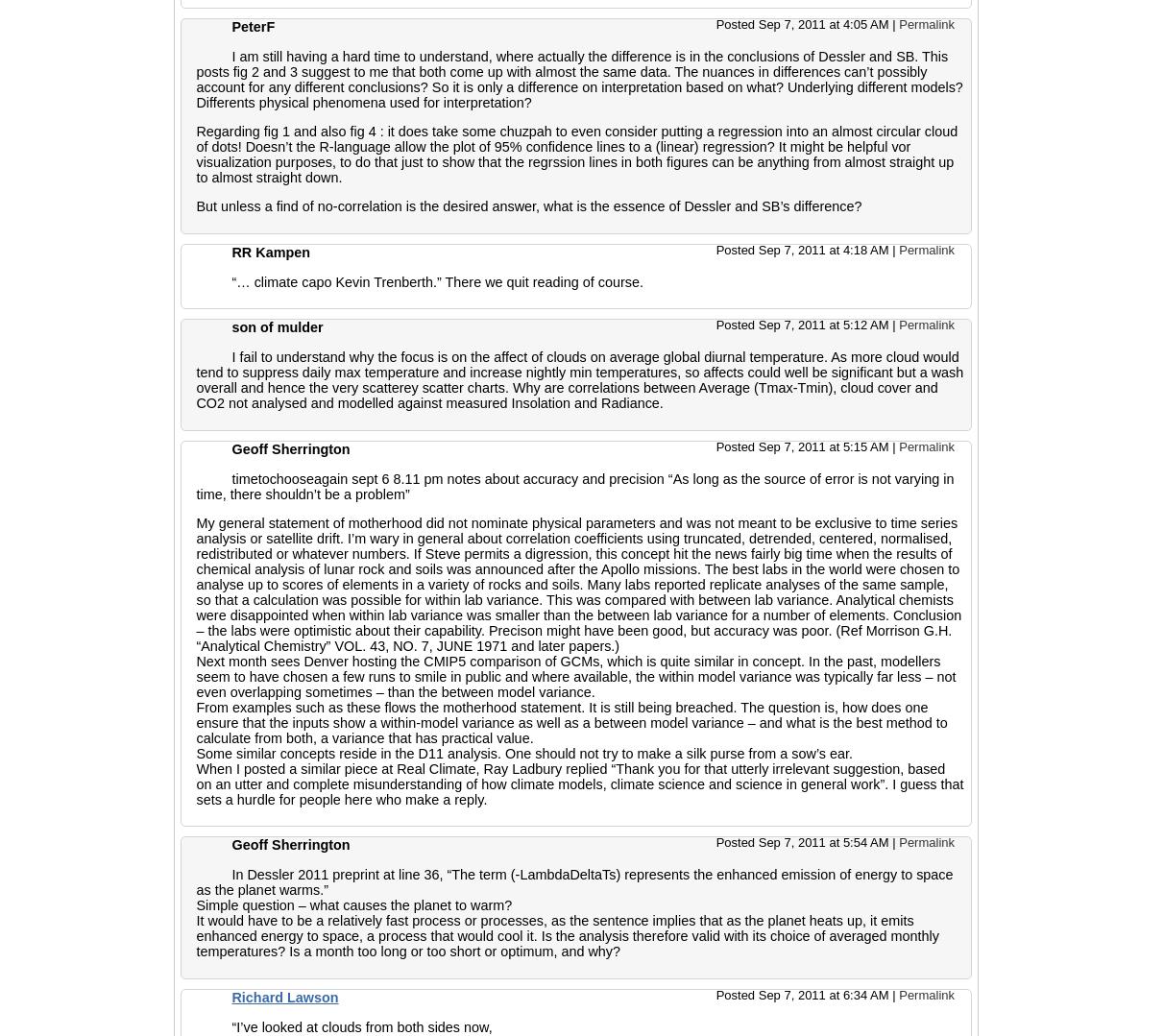  I want to click on 'Richard Lawson', so click(284, 996).